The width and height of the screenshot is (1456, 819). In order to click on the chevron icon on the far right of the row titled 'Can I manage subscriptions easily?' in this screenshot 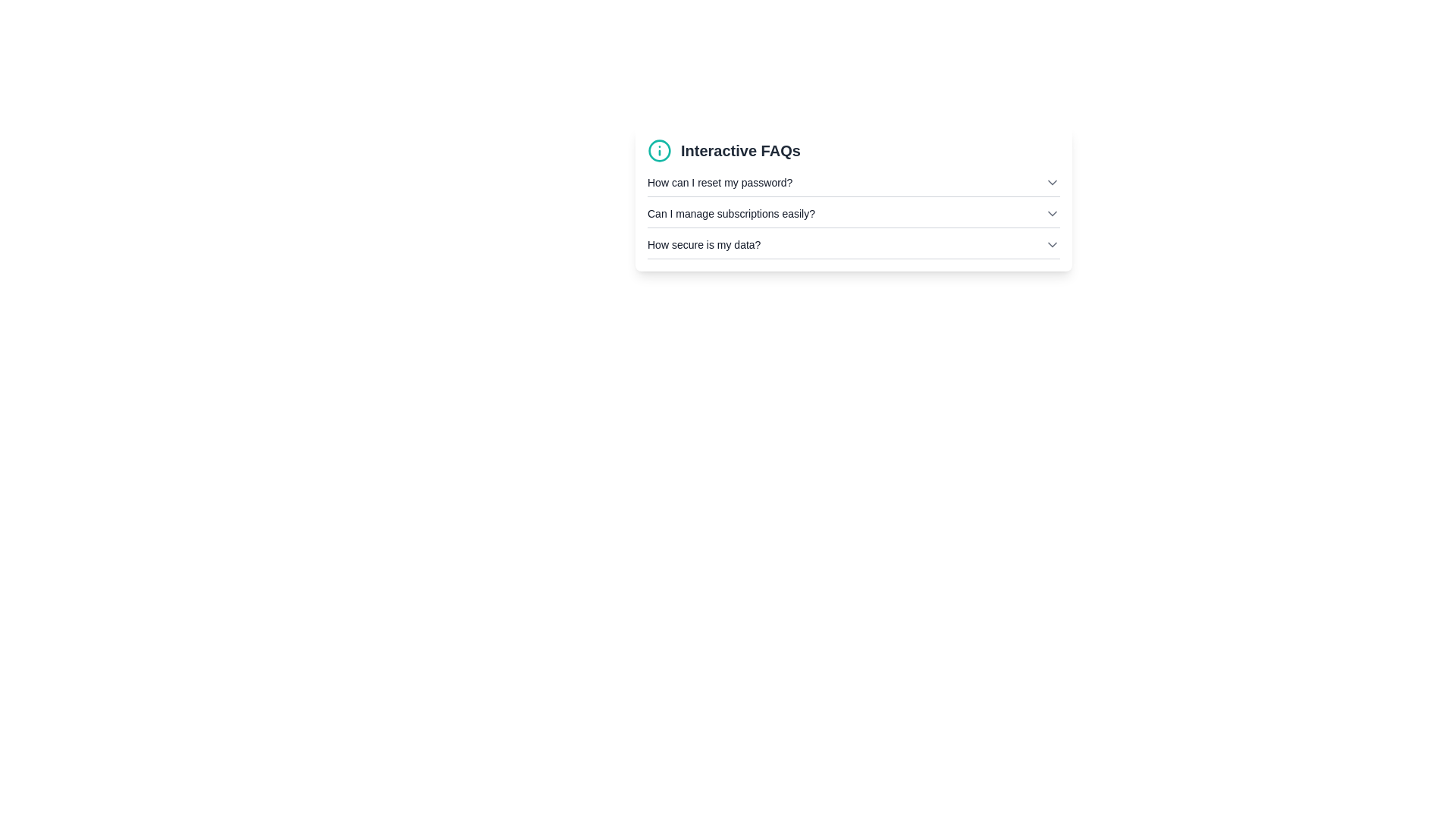, I will do `click(1051, 213)`.